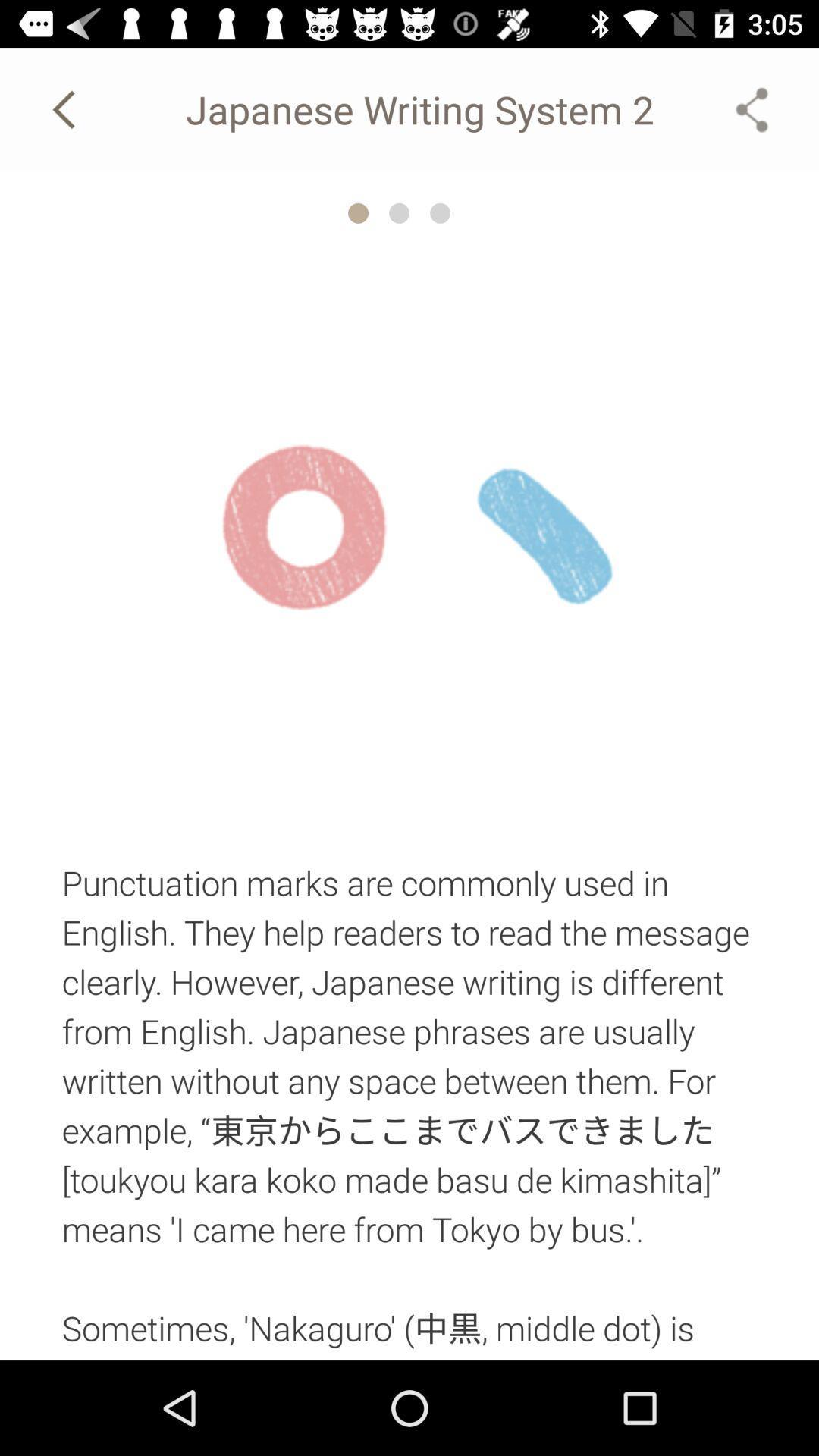 This screenshot has width=819, height=1456. What do you see at coordinates (358, 212) in the screenshot?
I see `the star icon` at bounding box center [358, 212].